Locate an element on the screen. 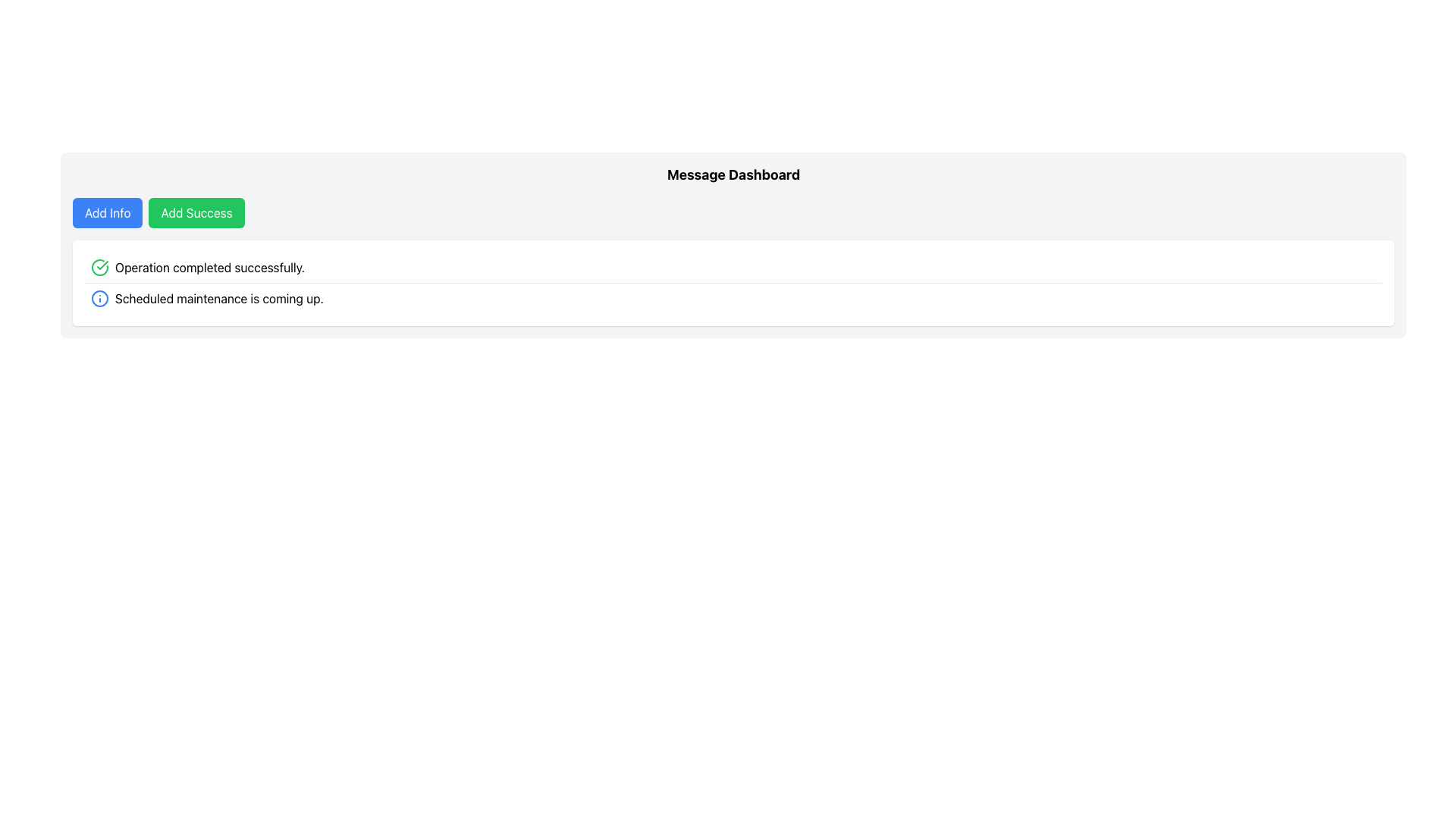 This screenshot has width=1456, height=819. the graphical icon that visually indicates the status of the message, which is located to the left of the text label reading 'Scheduled maintenance is coming up.' is located at coordinates (99, 298).